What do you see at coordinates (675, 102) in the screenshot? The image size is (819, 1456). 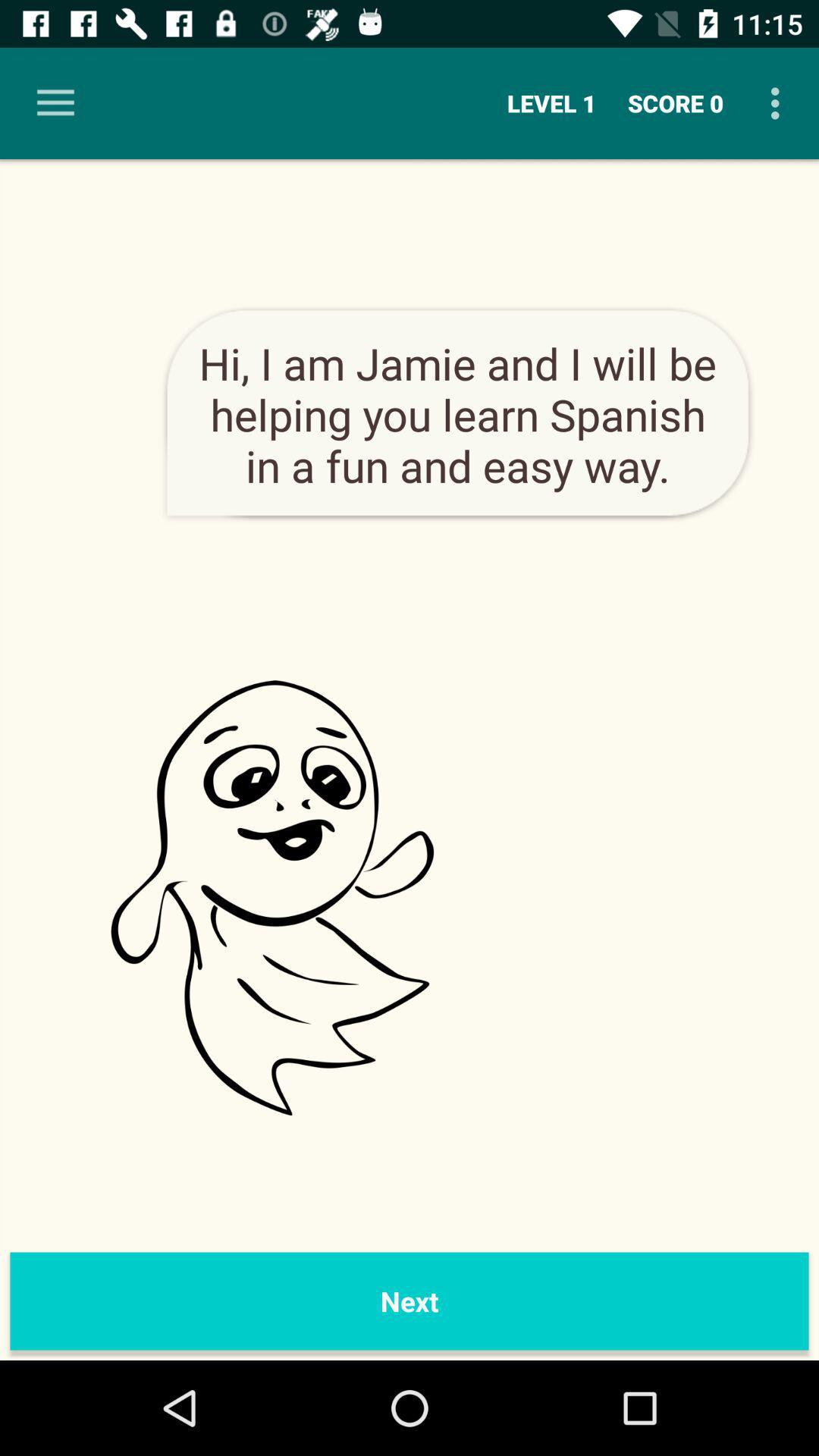 I see `the score 0 icon` at bounding box center [675, 102].